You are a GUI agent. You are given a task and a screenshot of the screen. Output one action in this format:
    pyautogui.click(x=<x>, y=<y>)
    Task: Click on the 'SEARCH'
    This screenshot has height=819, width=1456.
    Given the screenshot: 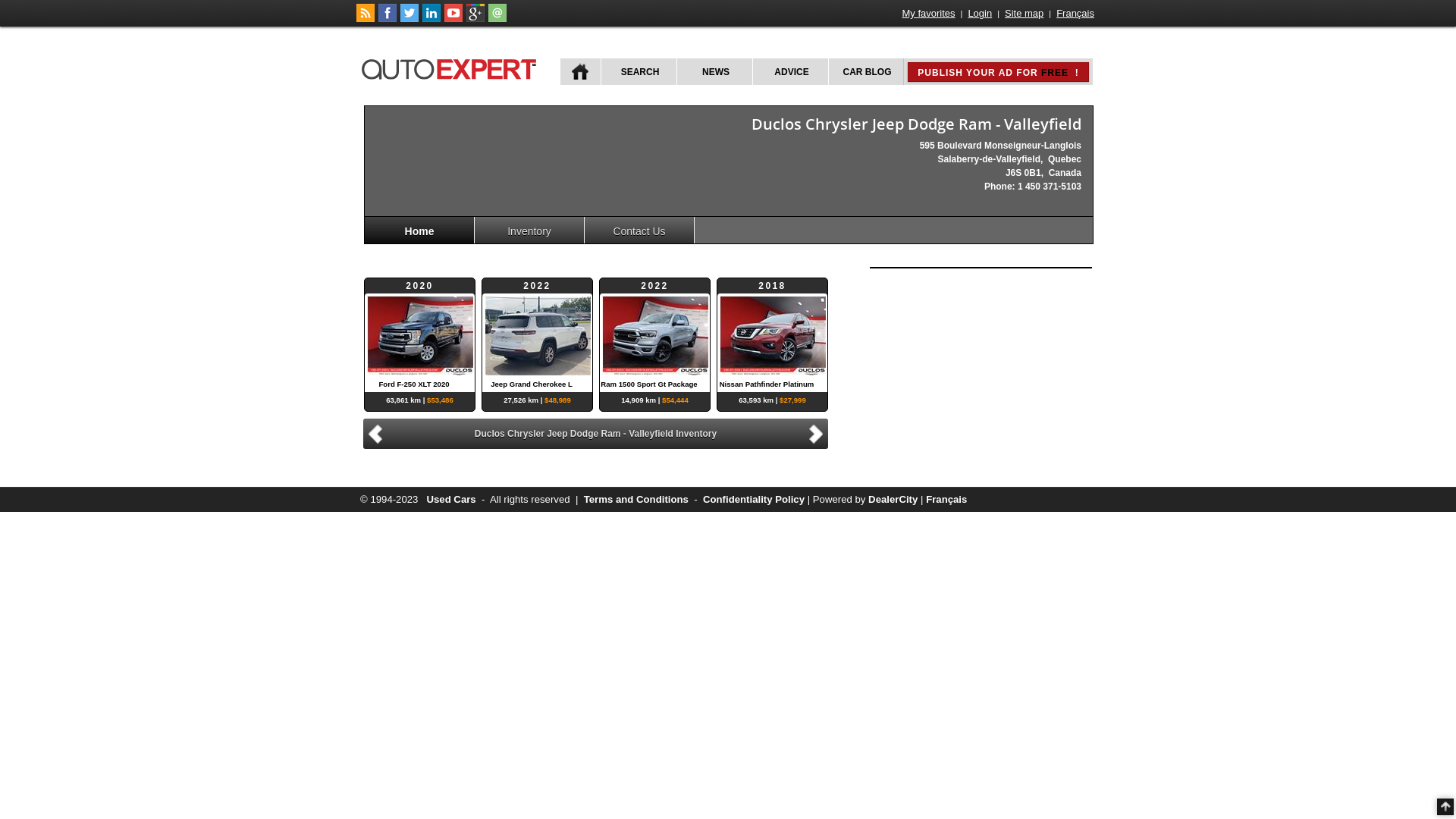 What is the action you would take?
    pyautogui.click(x=638, y=71)
    